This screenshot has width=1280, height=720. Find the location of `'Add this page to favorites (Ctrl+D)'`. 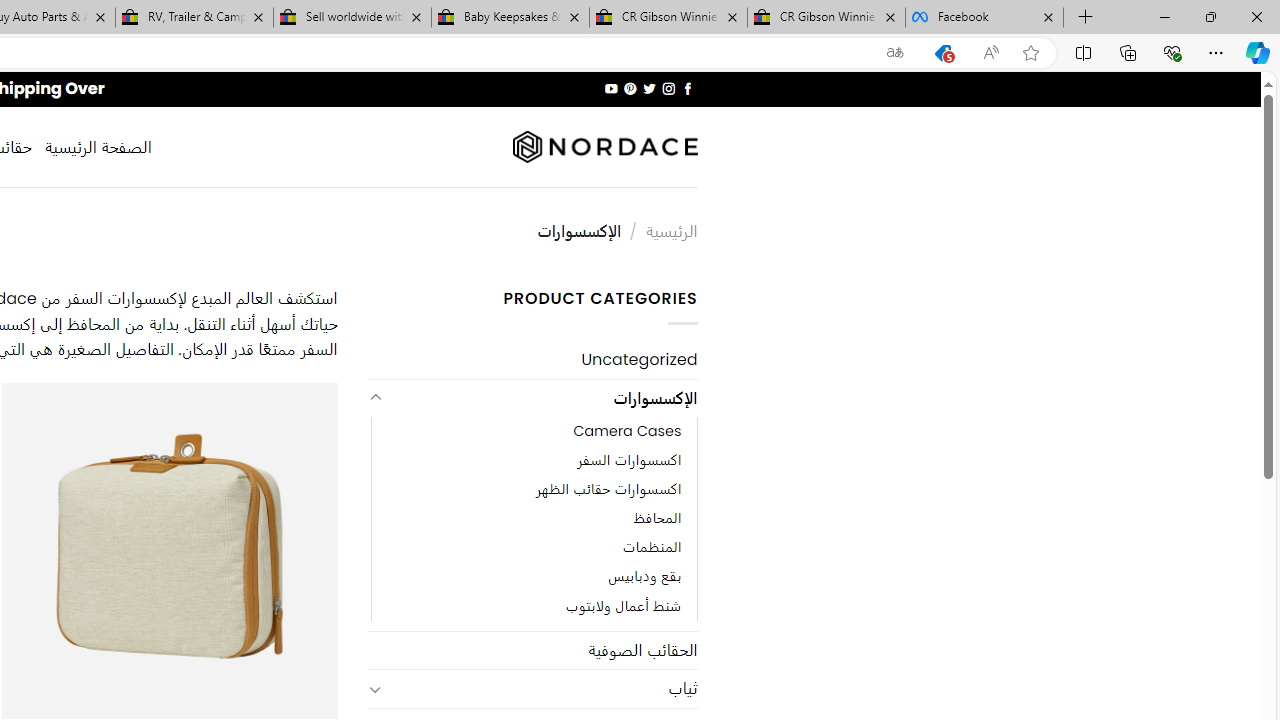

'Add this page to favorites (Ctrl+D)' is located at coordinates (1031, 52).